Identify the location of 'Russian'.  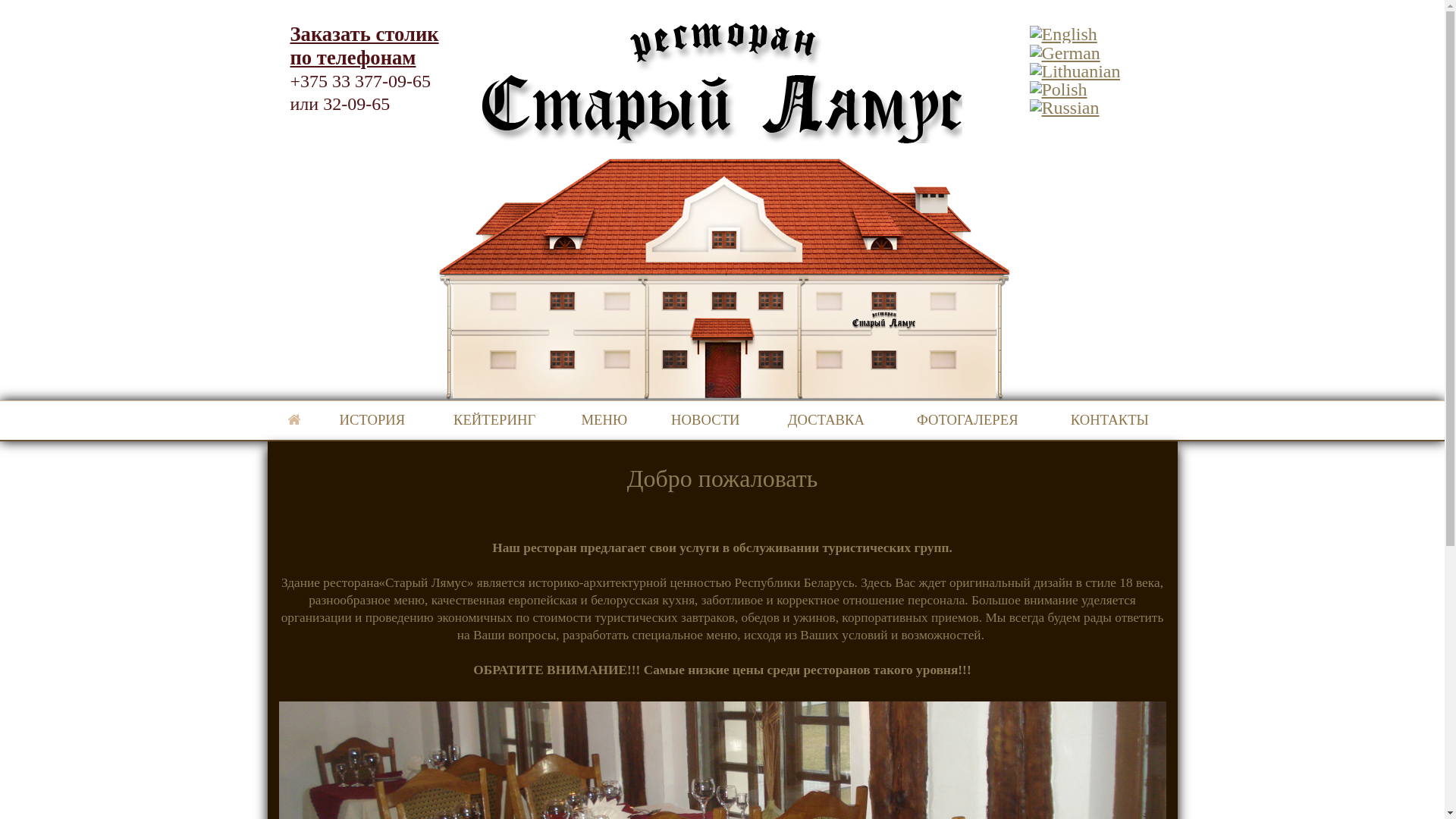
(1063, 104).